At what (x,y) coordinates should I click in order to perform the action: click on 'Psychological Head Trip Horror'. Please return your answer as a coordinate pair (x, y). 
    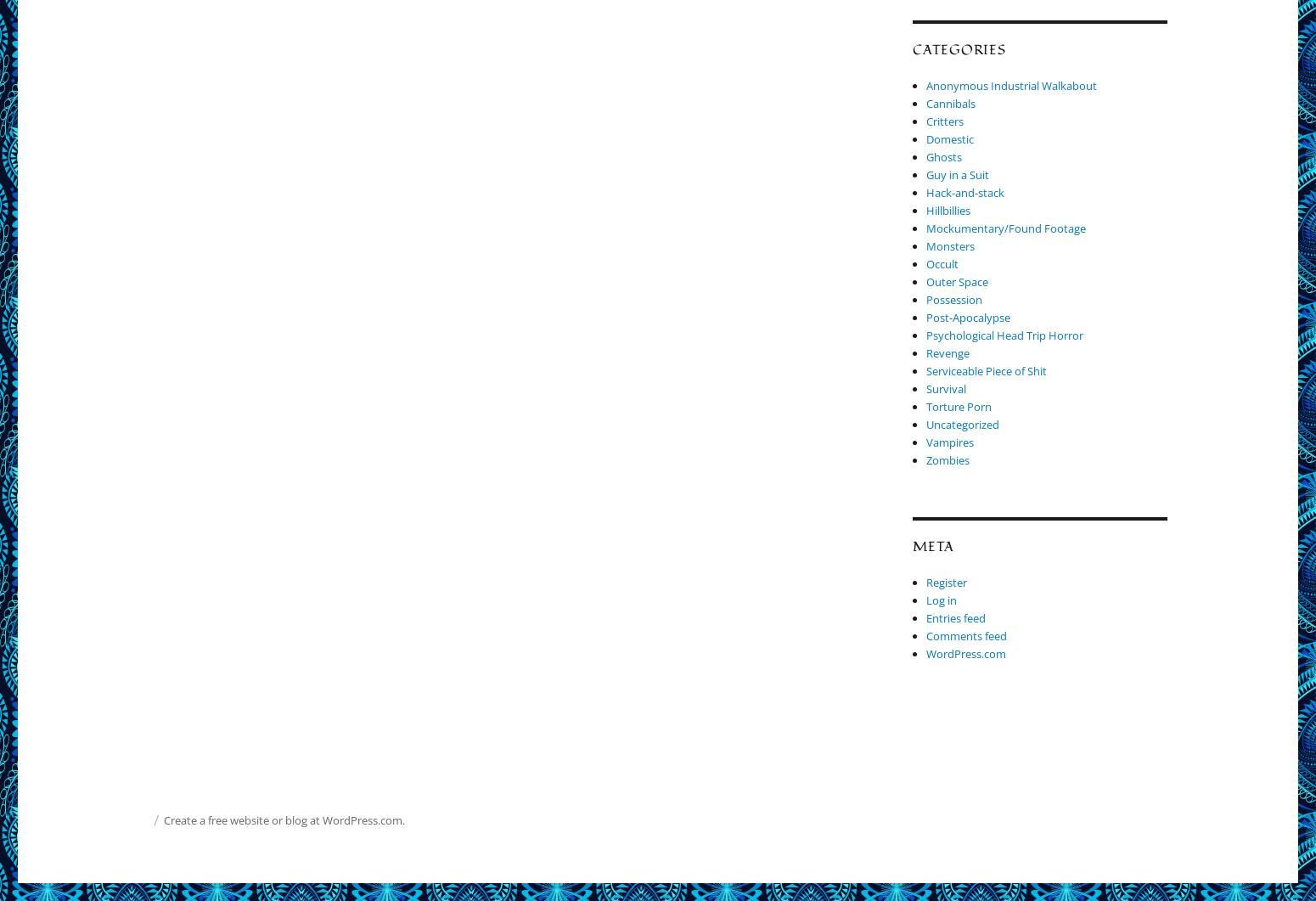
    Looking at the image, I should click on (1004, 335).